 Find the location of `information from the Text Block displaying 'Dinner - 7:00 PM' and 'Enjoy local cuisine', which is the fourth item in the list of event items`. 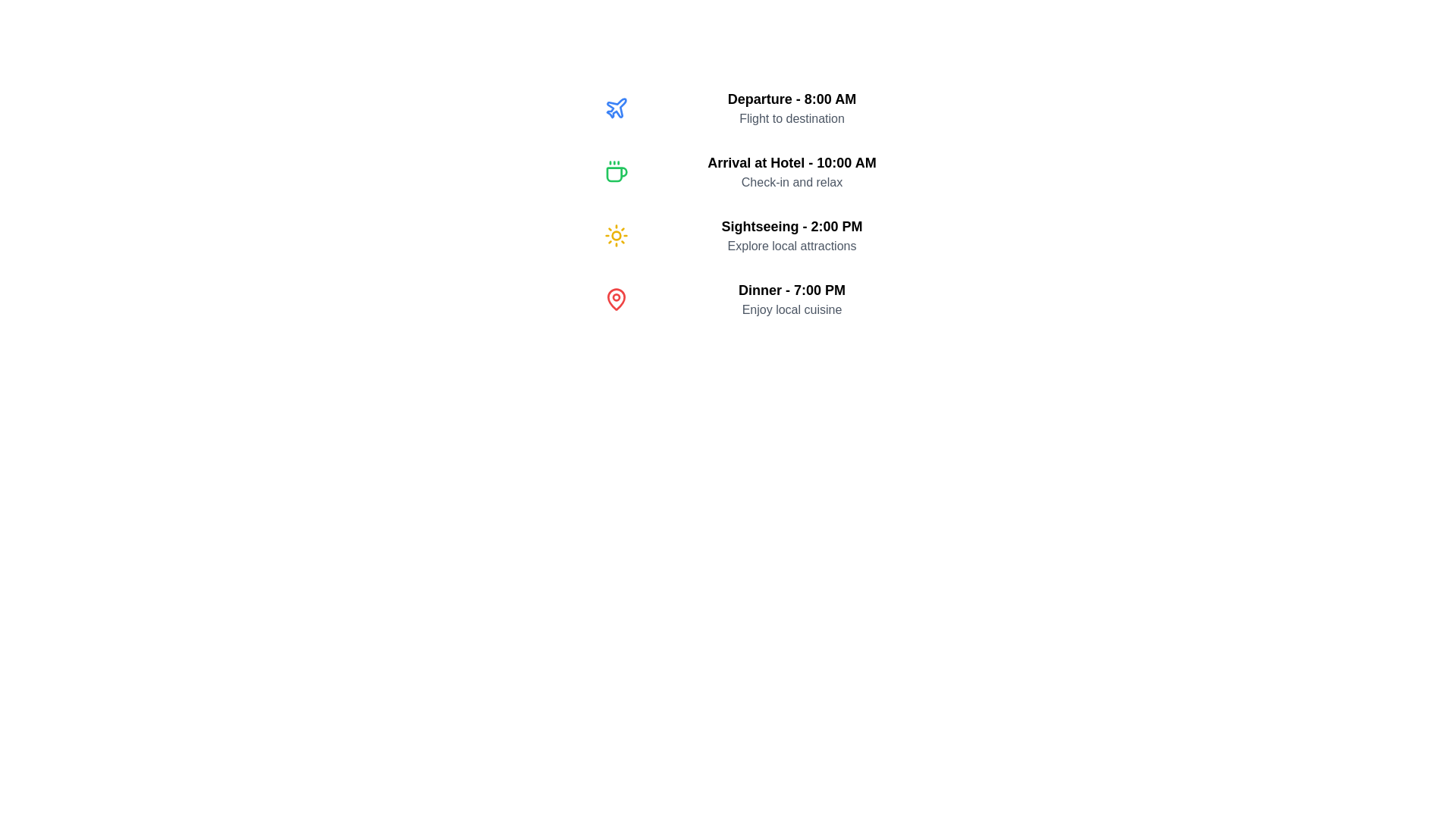

information from the Text Block displaying 'Dinner - 7:00 PM' and 'Enjoy local cuisine', which is the fourth item in the list of event items is located at coordinates (791, 299).